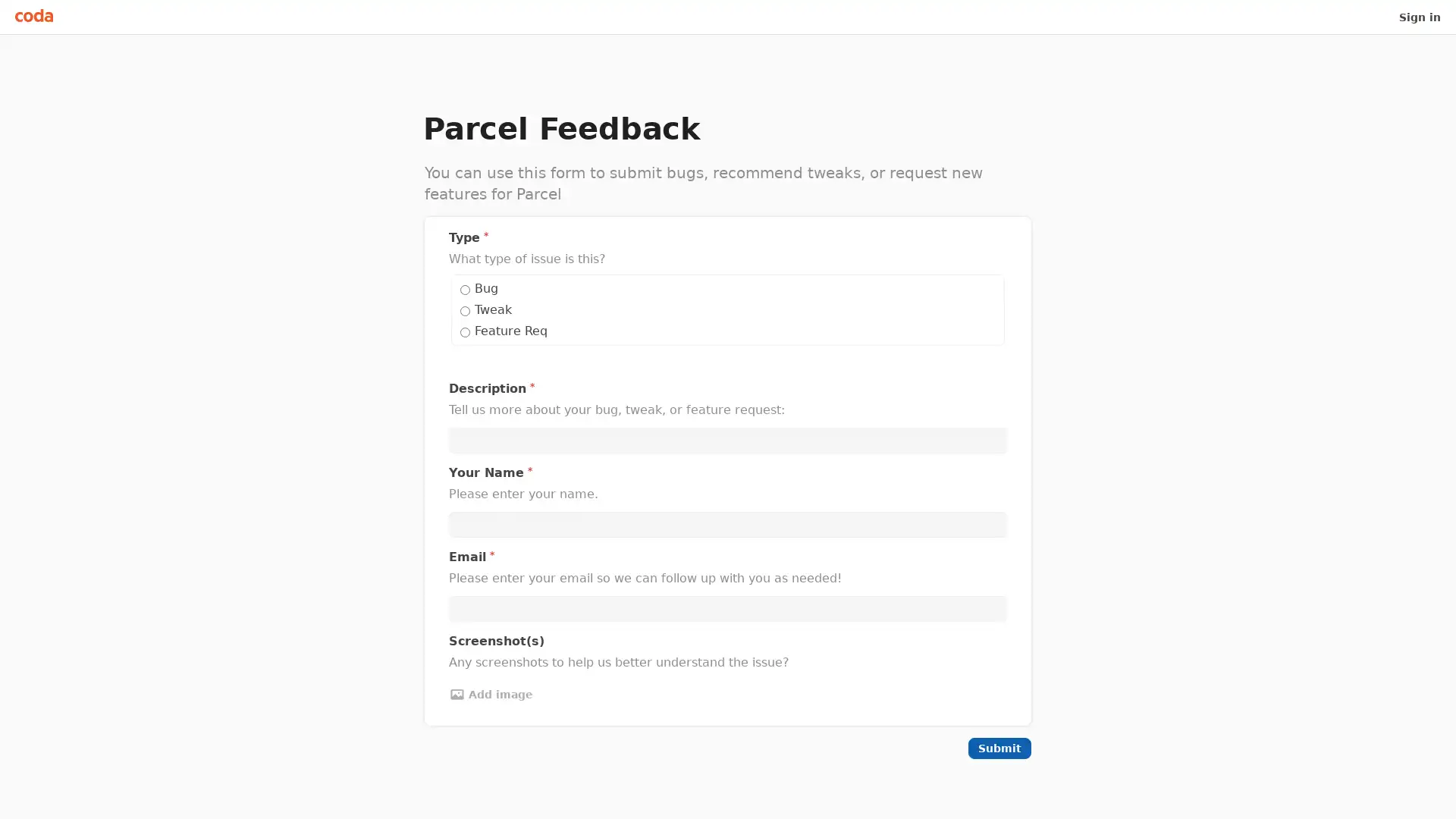 The width and height of the screenshot is (1456, 819). What do you see at coordinates (494, 694) in the screenshot?
I see `Add image` at bounding box center [494, 694].